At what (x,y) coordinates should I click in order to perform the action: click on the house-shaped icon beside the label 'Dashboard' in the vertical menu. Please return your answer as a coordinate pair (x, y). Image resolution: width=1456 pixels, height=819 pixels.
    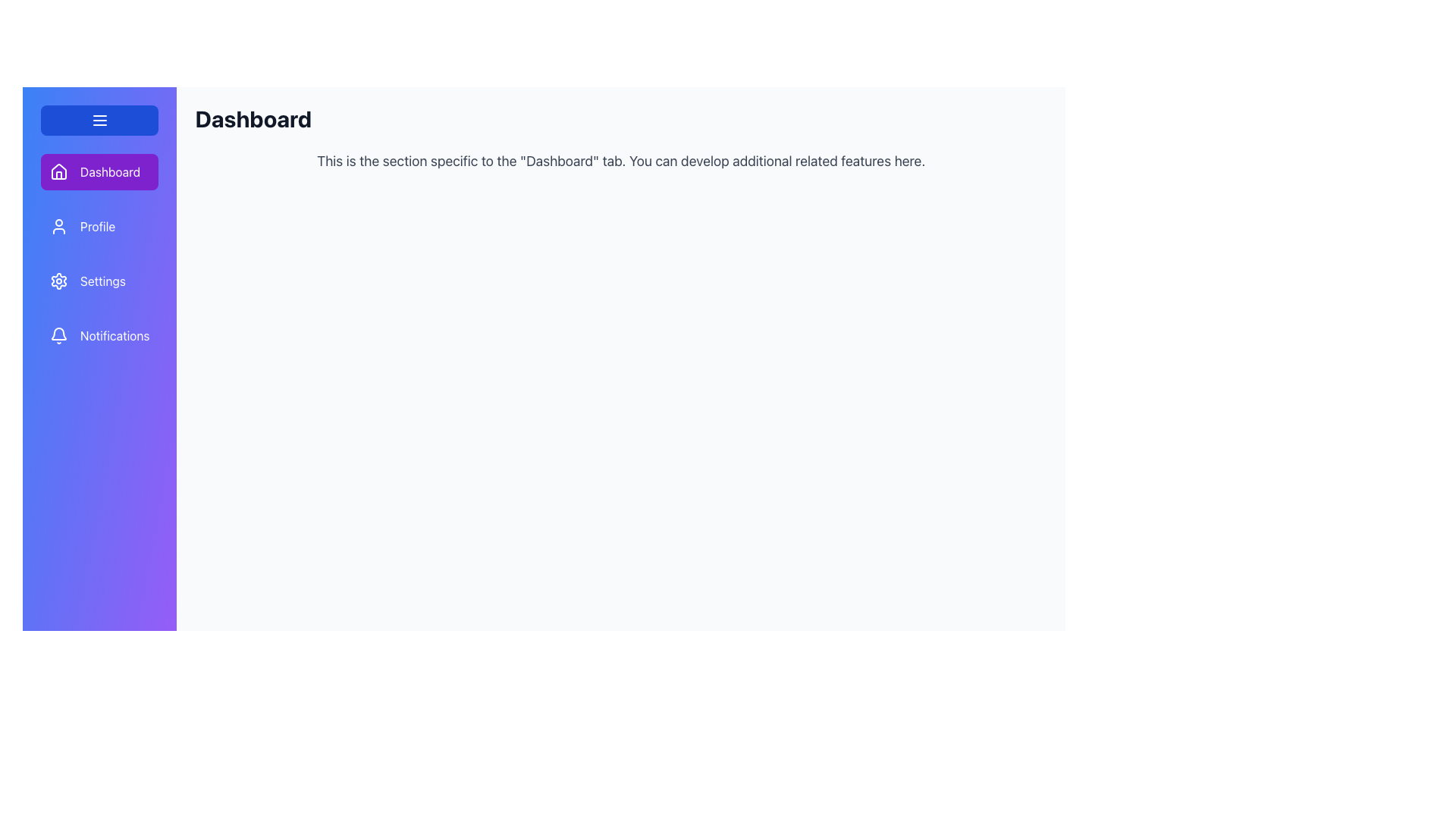
    Looking at the image, I should click on (58, 171).